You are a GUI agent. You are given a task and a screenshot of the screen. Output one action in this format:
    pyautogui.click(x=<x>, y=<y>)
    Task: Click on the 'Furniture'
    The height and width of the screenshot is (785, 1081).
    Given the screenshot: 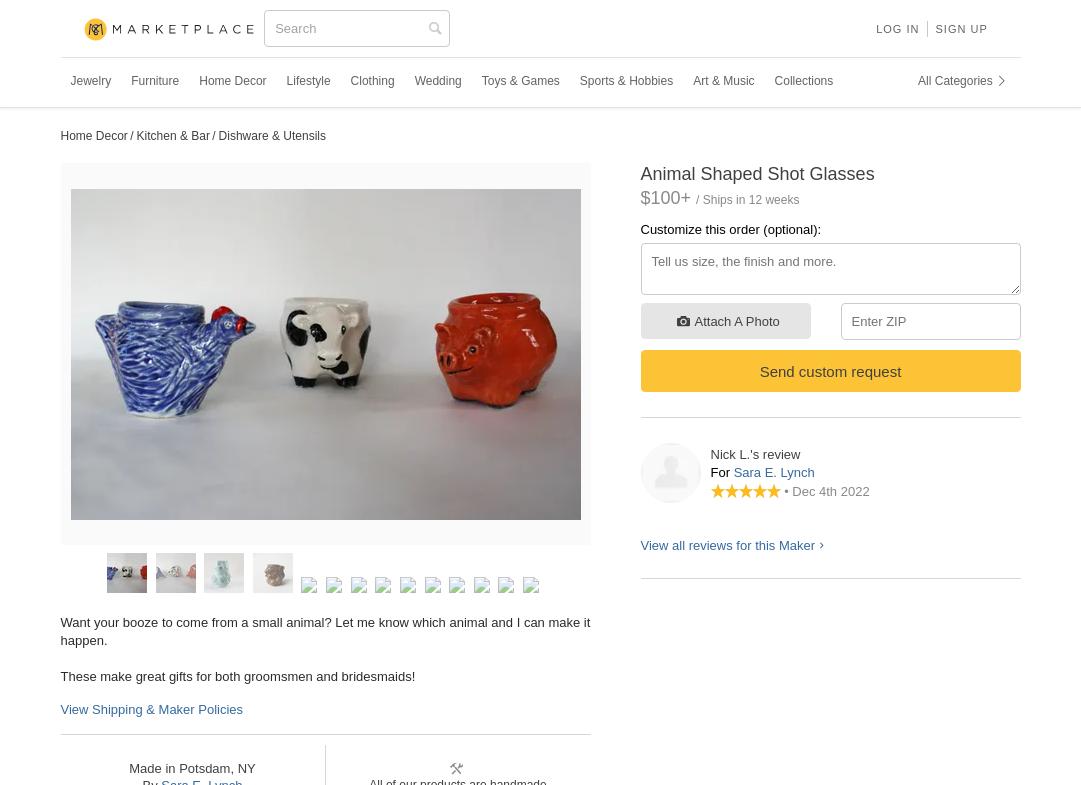 What is the action you would take?
    pyautogui.click(x=154, y=80)
    